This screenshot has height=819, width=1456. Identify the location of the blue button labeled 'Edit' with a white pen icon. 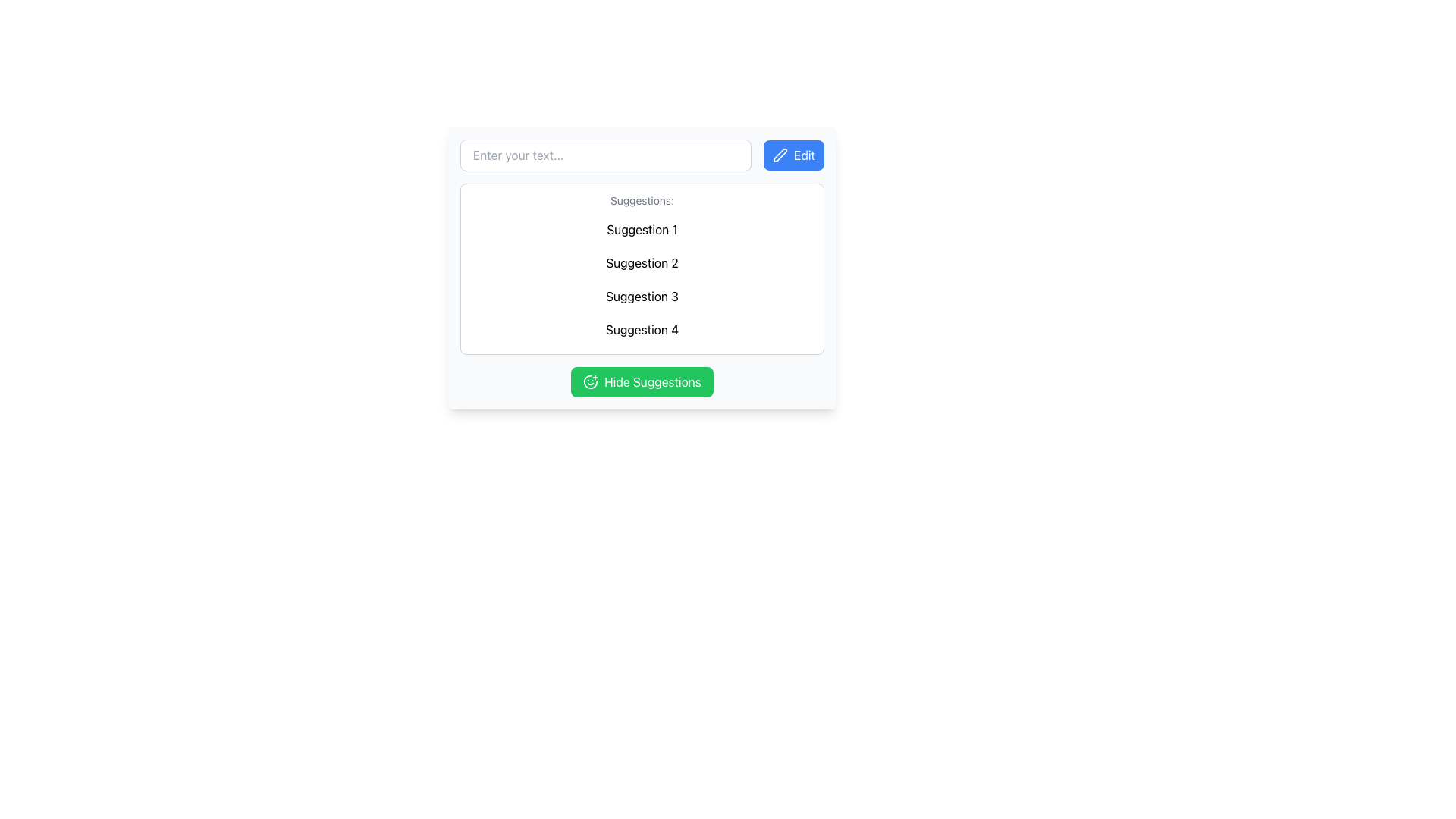
(792, 155).